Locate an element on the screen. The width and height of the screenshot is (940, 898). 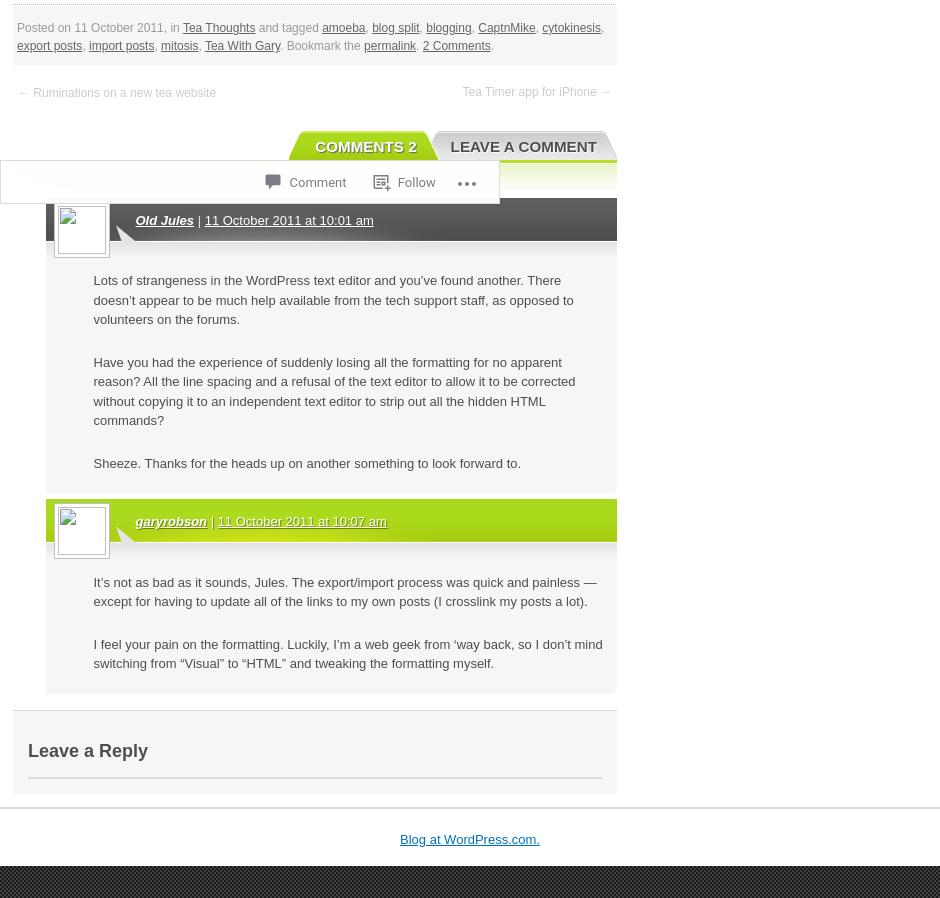
'export posts' is located at coordinates (48, 44).